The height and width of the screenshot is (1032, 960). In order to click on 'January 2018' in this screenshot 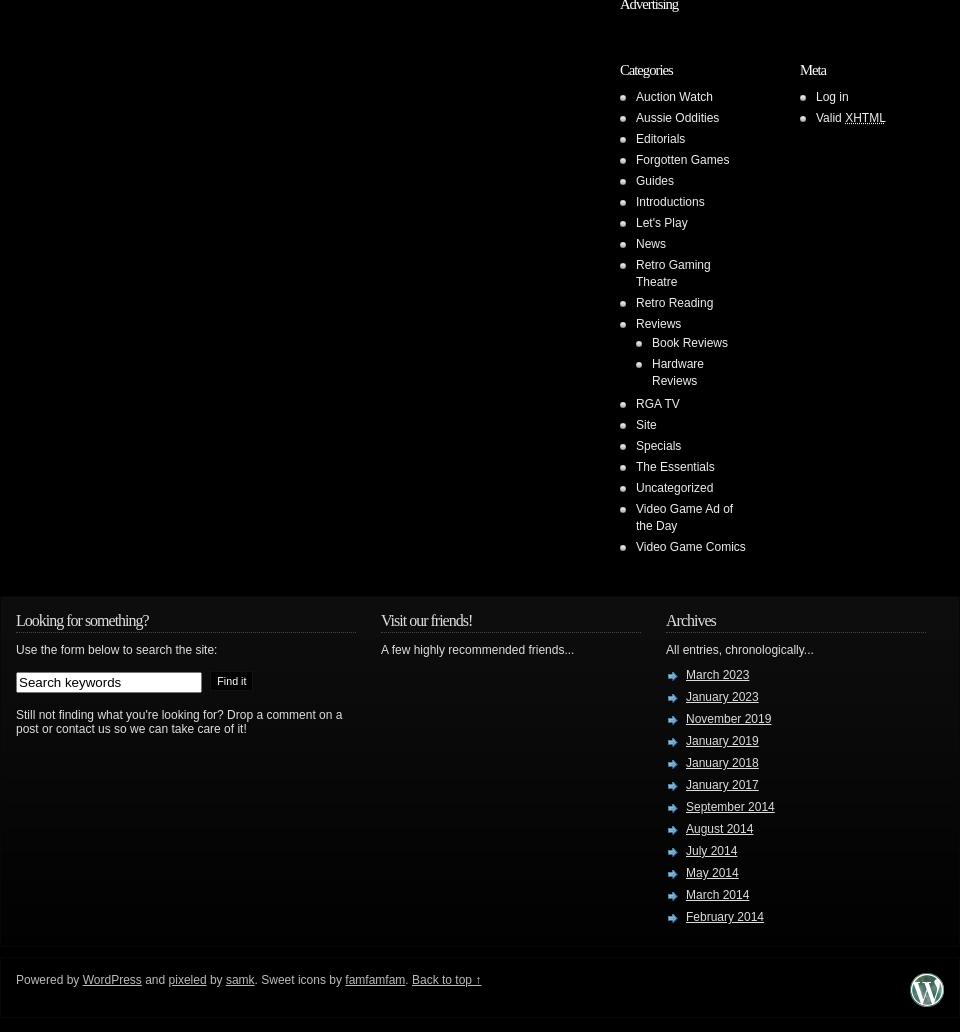, I will do `click(686, 761)`.